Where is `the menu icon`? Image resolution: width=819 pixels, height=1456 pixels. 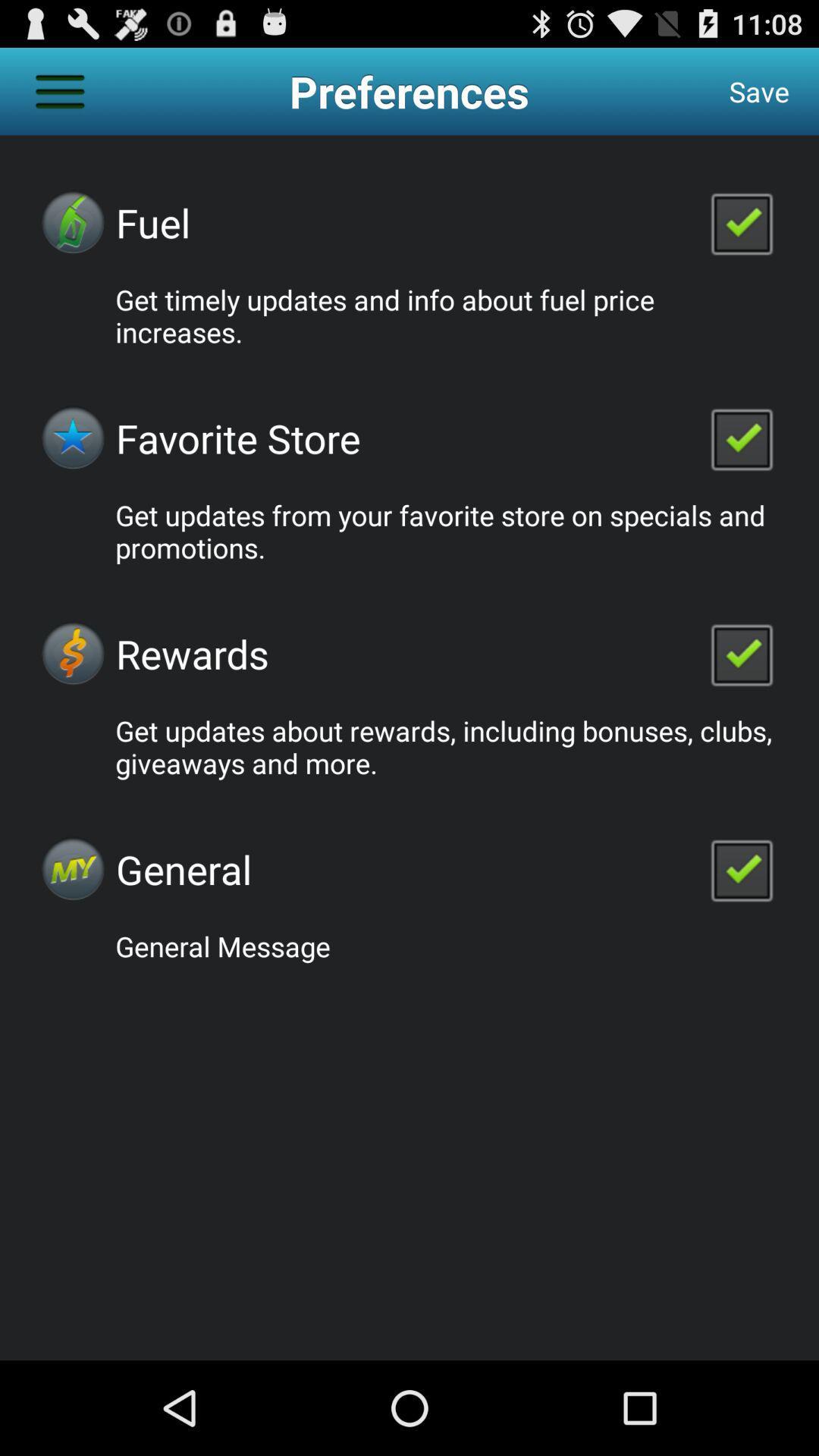 the menu icon is located at coordinates (58, 97).